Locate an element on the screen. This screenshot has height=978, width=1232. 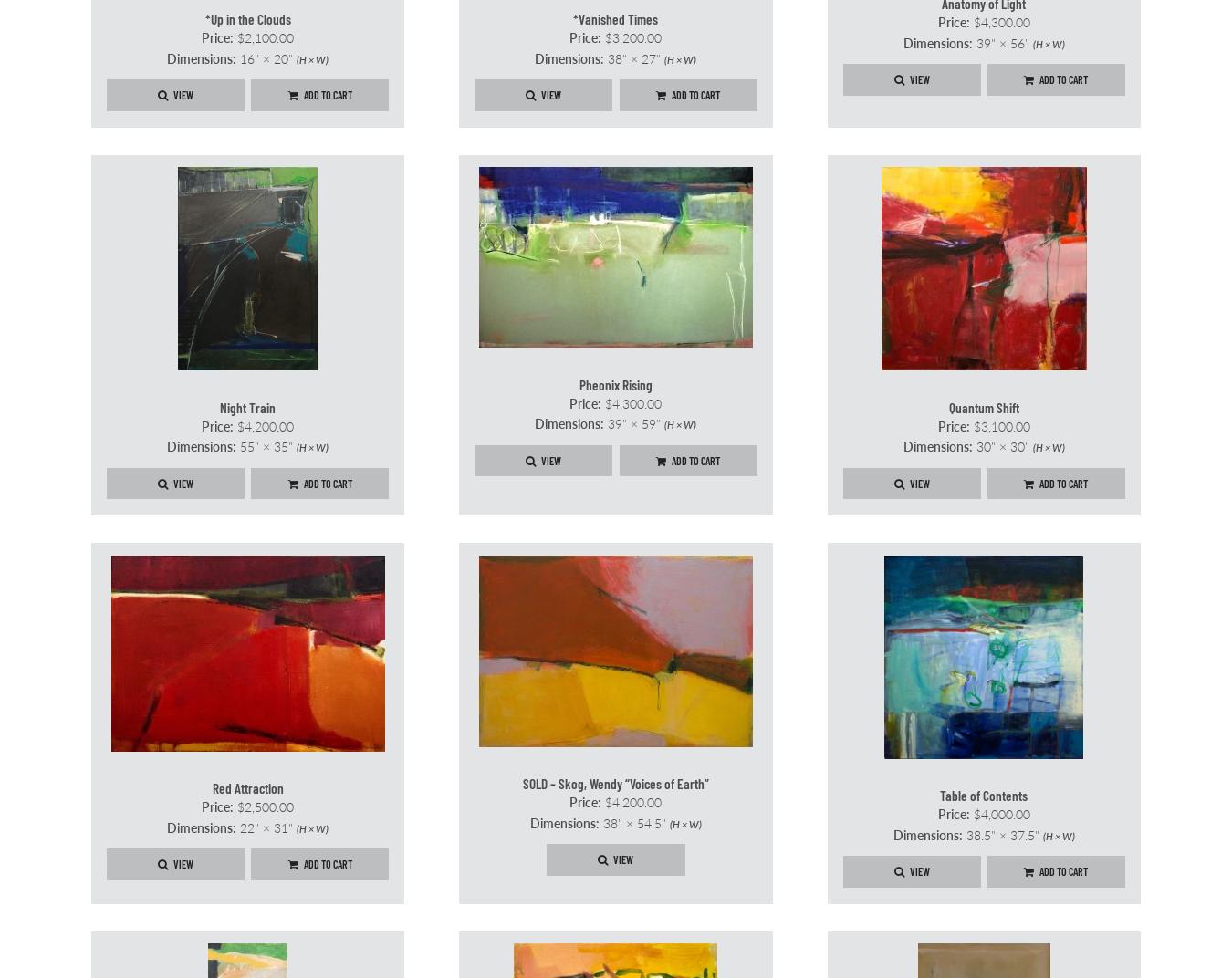
'$2,100.00' is located at coordinates (263, 36).